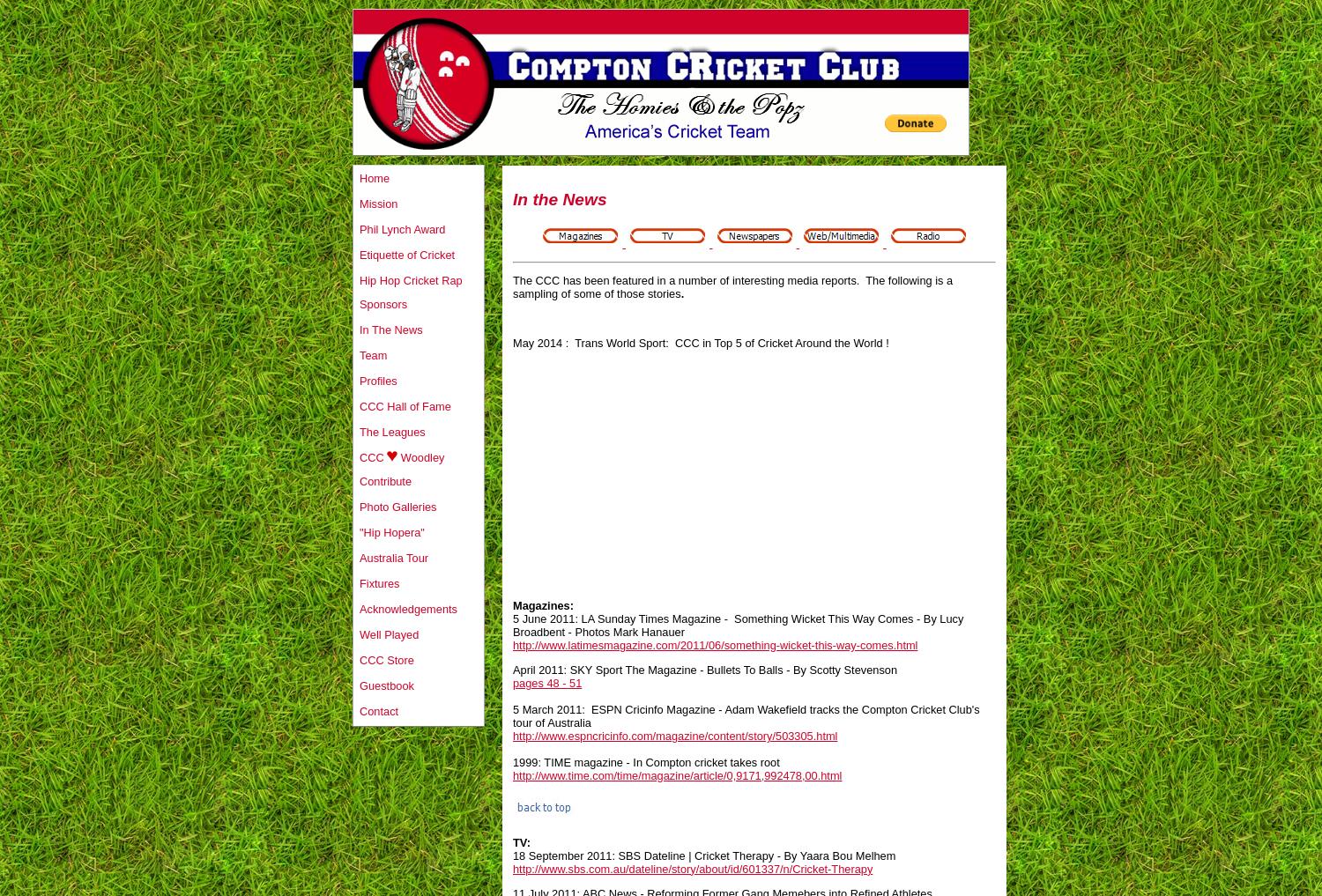 This screenshot has width=1322, height=896. I want to click on 'Sponsors', so click(382, 303).